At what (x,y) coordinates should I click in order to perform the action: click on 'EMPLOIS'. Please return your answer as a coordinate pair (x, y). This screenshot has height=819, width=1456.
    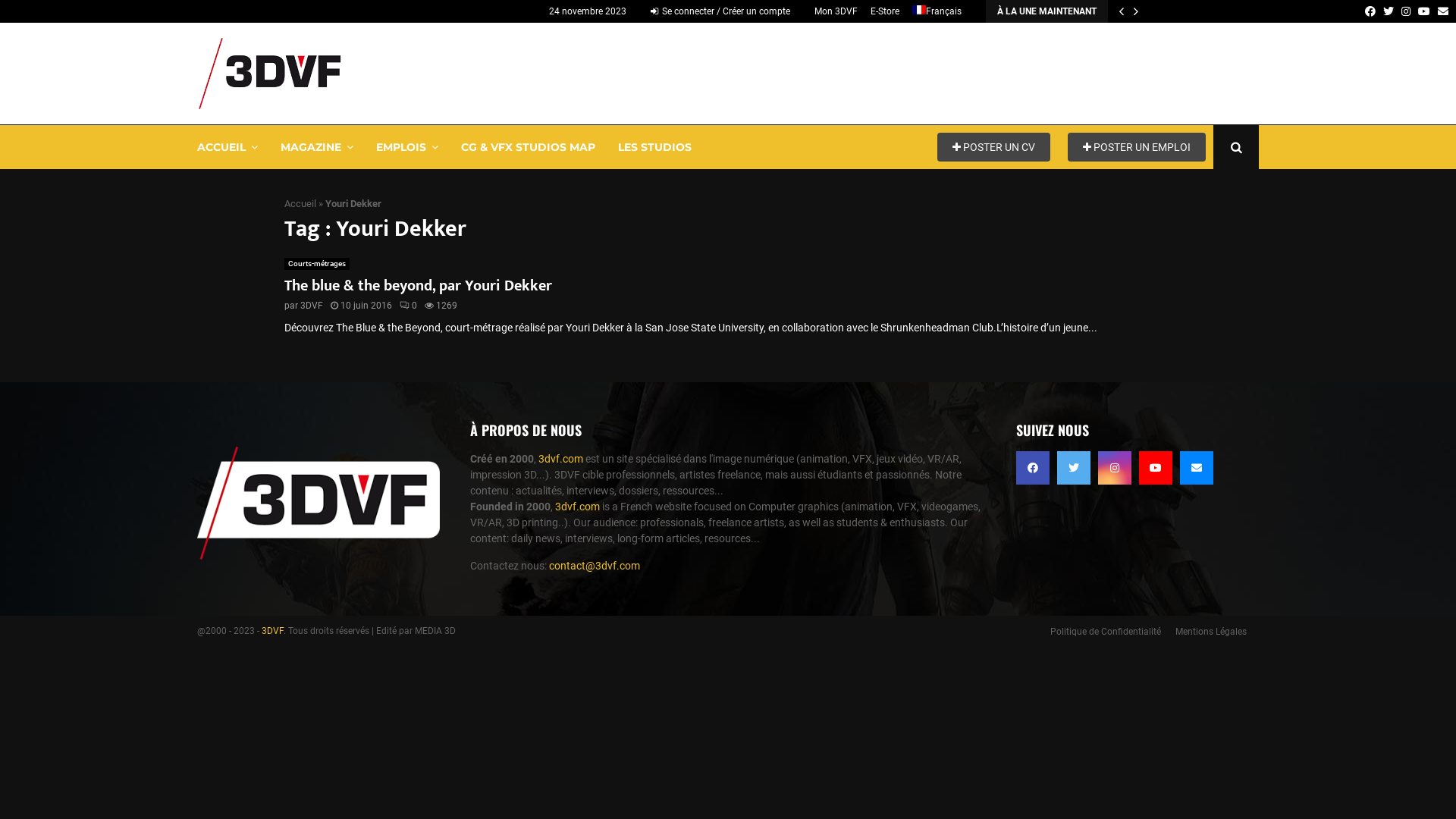
    Looking at the image, I should click on (407, 146).